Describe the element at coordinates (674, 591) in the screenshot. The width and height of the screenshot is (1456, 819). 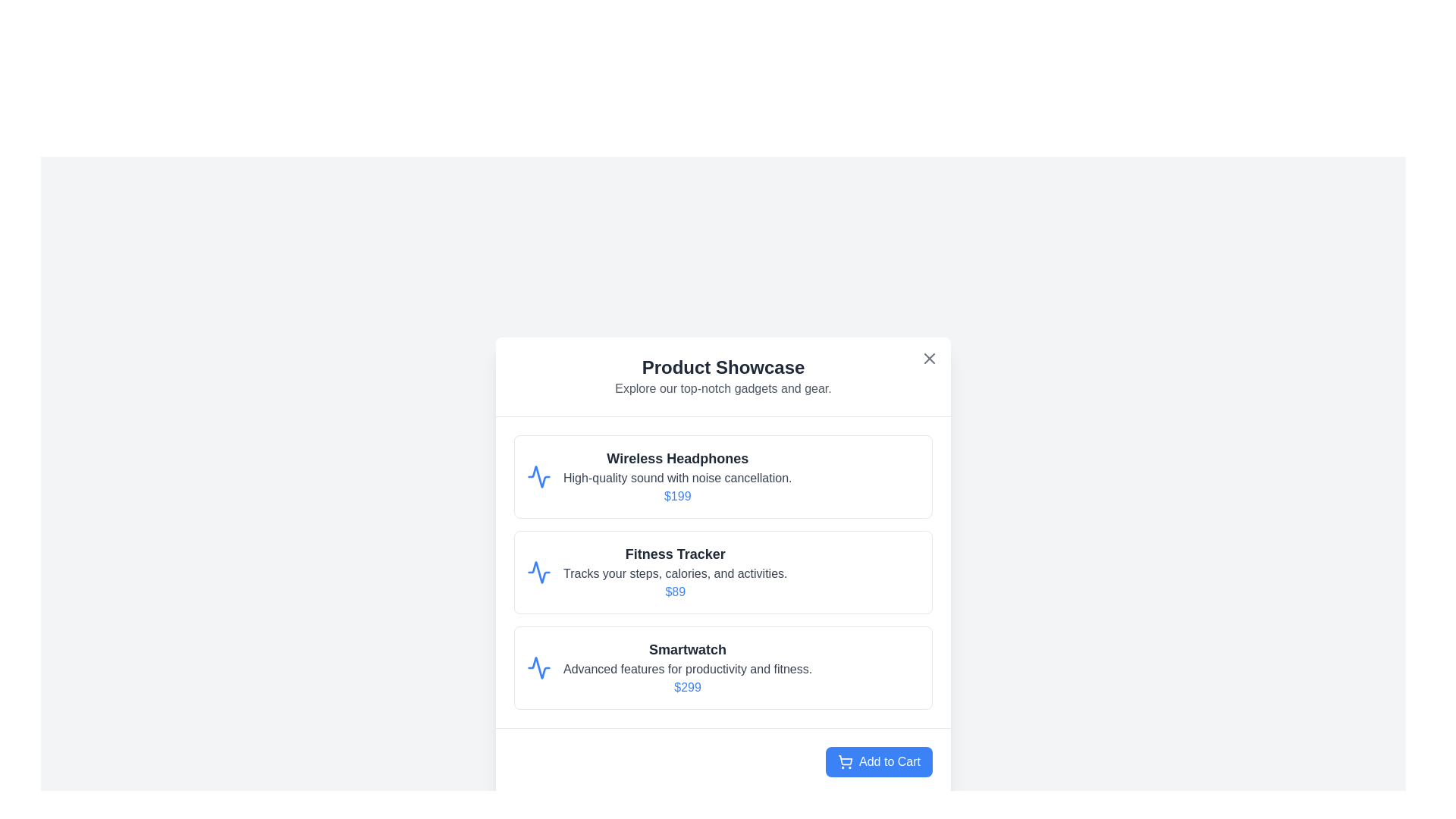
I see `the price information '$89' displayed in the text label of the second product listing` at that location.